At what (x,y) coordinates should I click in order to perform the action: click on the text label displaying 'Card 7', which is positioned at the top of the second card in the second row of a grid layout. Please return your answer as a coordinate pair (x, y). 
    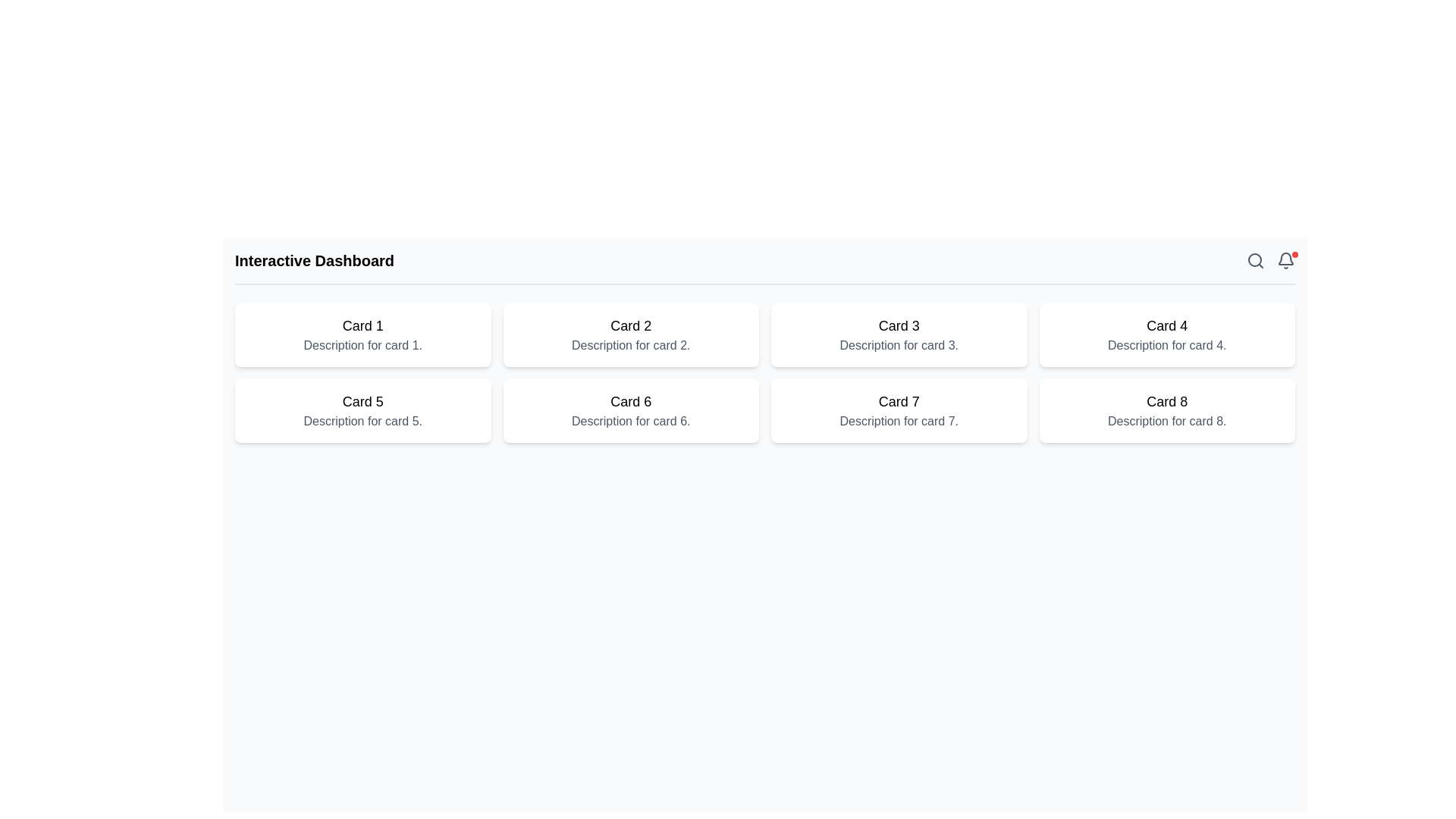
    Looking at the image, I should click on (899, 400).